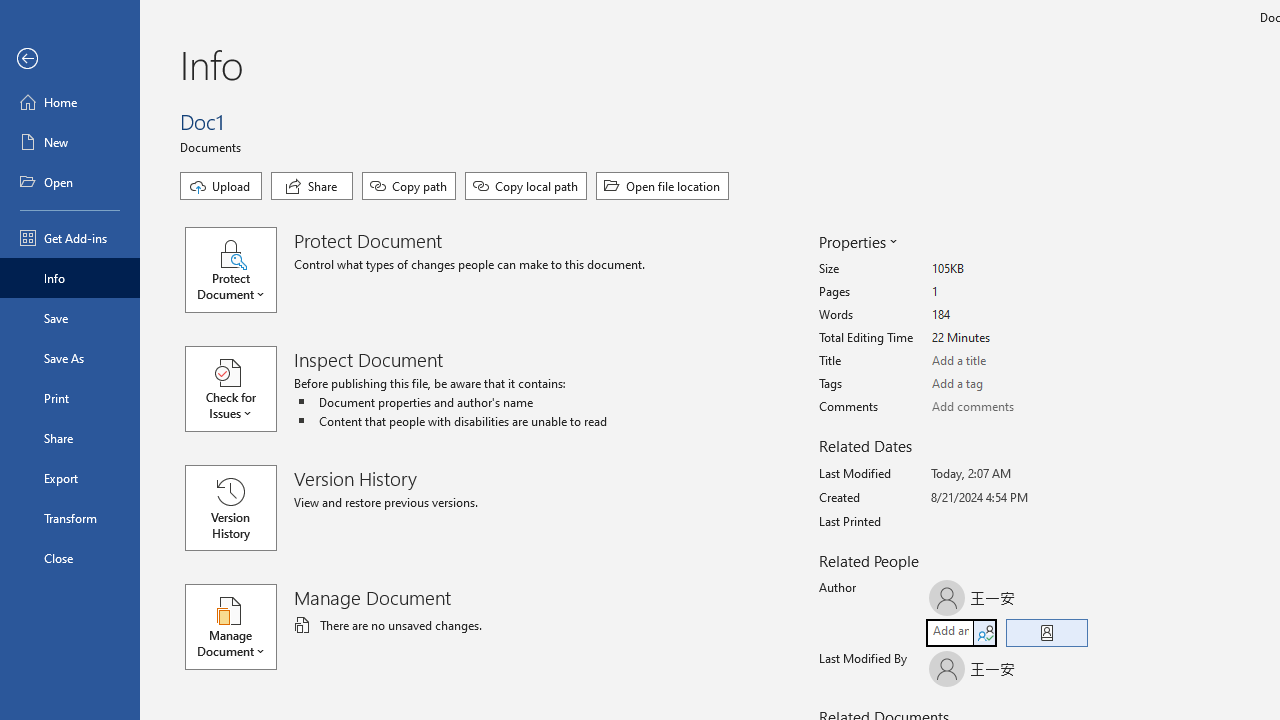 This screenshot has width=1280, height=720. What do you see at coordinates (69, 478) in the screenshot?
I see `'Export'` at bounding box center [69, 478].